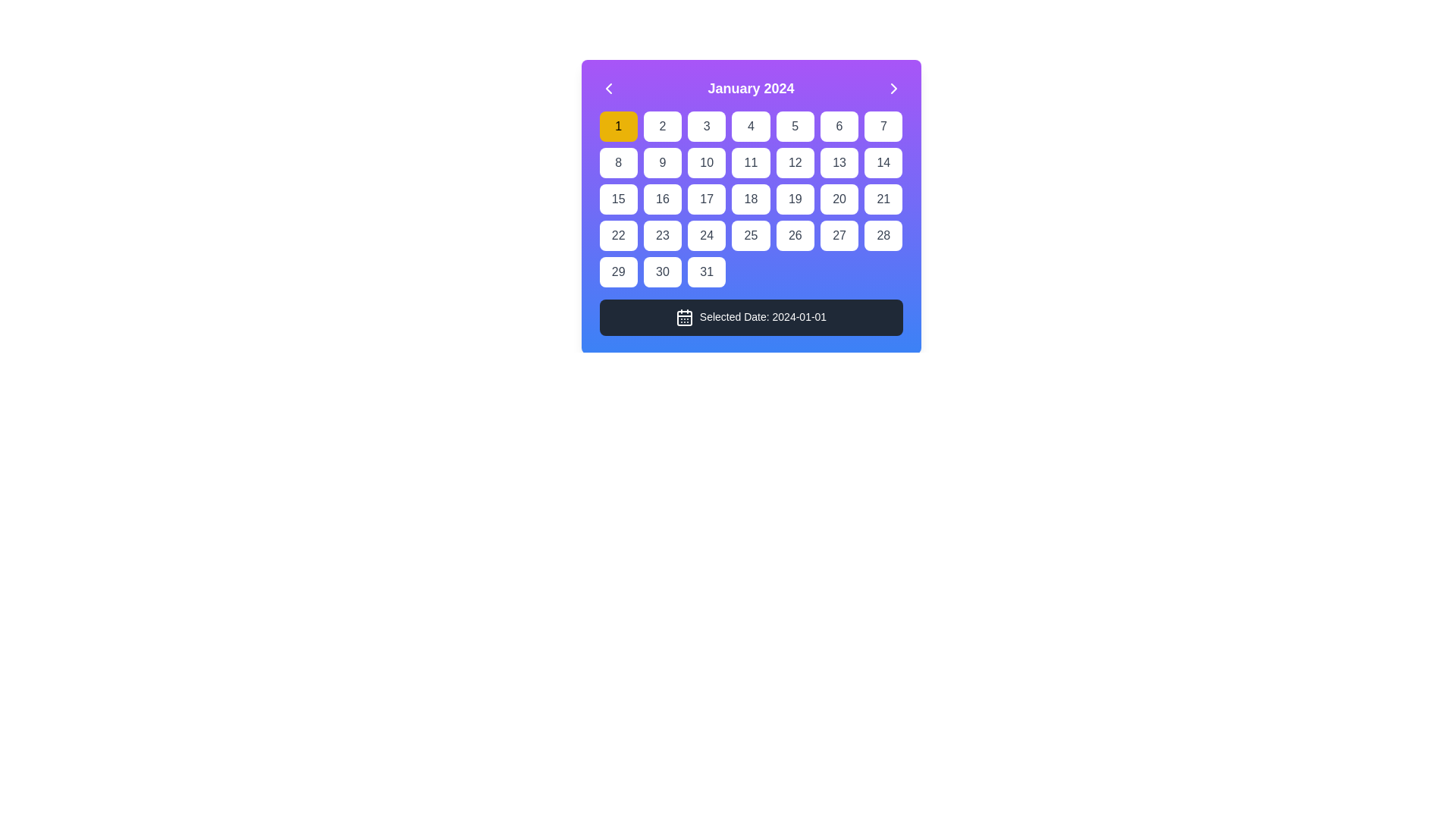 Image resolution: width=1456 pixels, height=819 pixels. Describe the element at coordinates (751, 88) in the screenshot. I see `the Text Label that displays the currently selected month and year in the calendar view, which is centrally located within the top section of the calendar interface` at that location.